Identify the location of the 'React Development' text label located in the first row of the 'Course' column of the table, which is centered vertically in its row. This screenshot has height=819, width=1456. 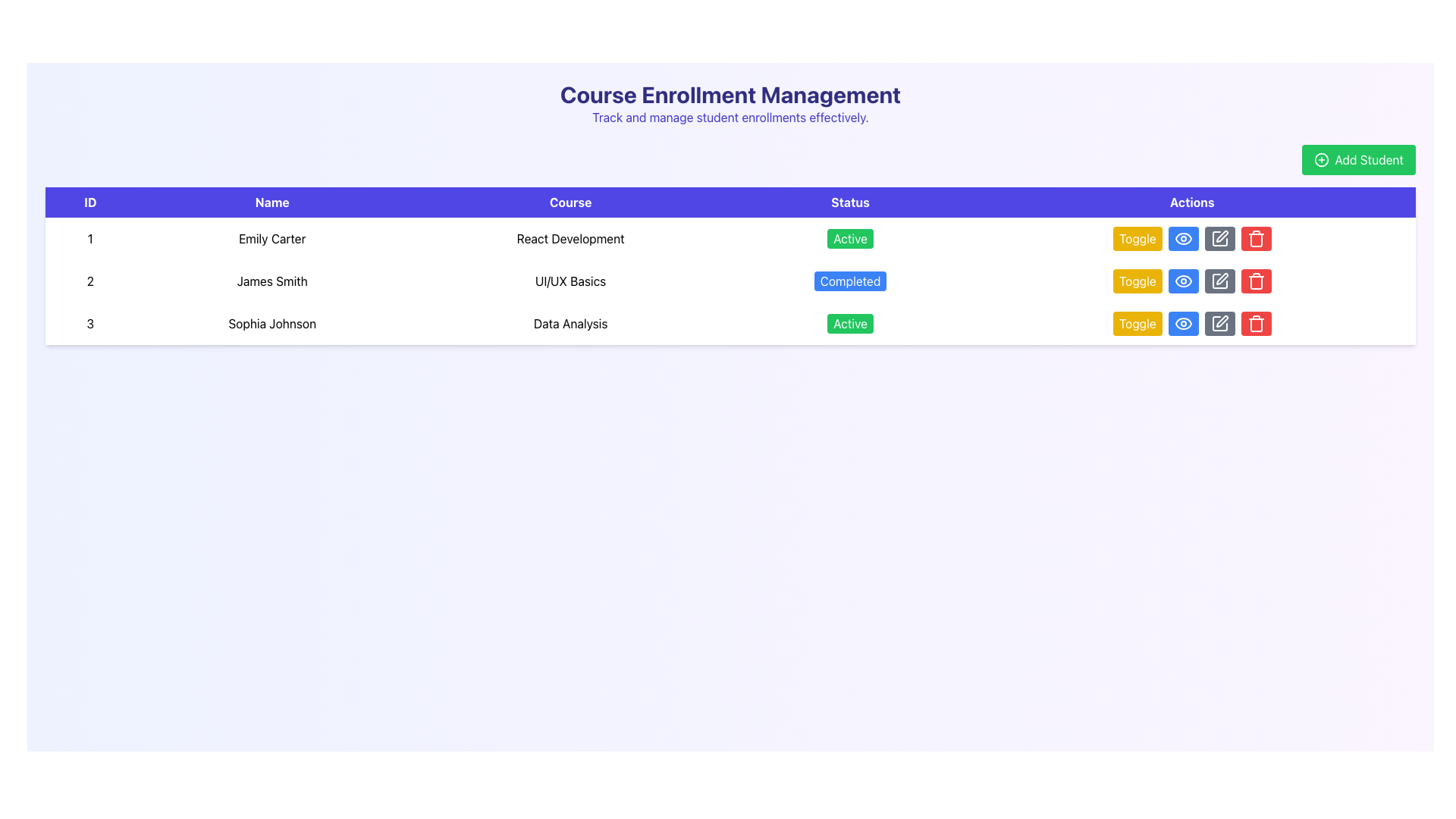
(570, 239).